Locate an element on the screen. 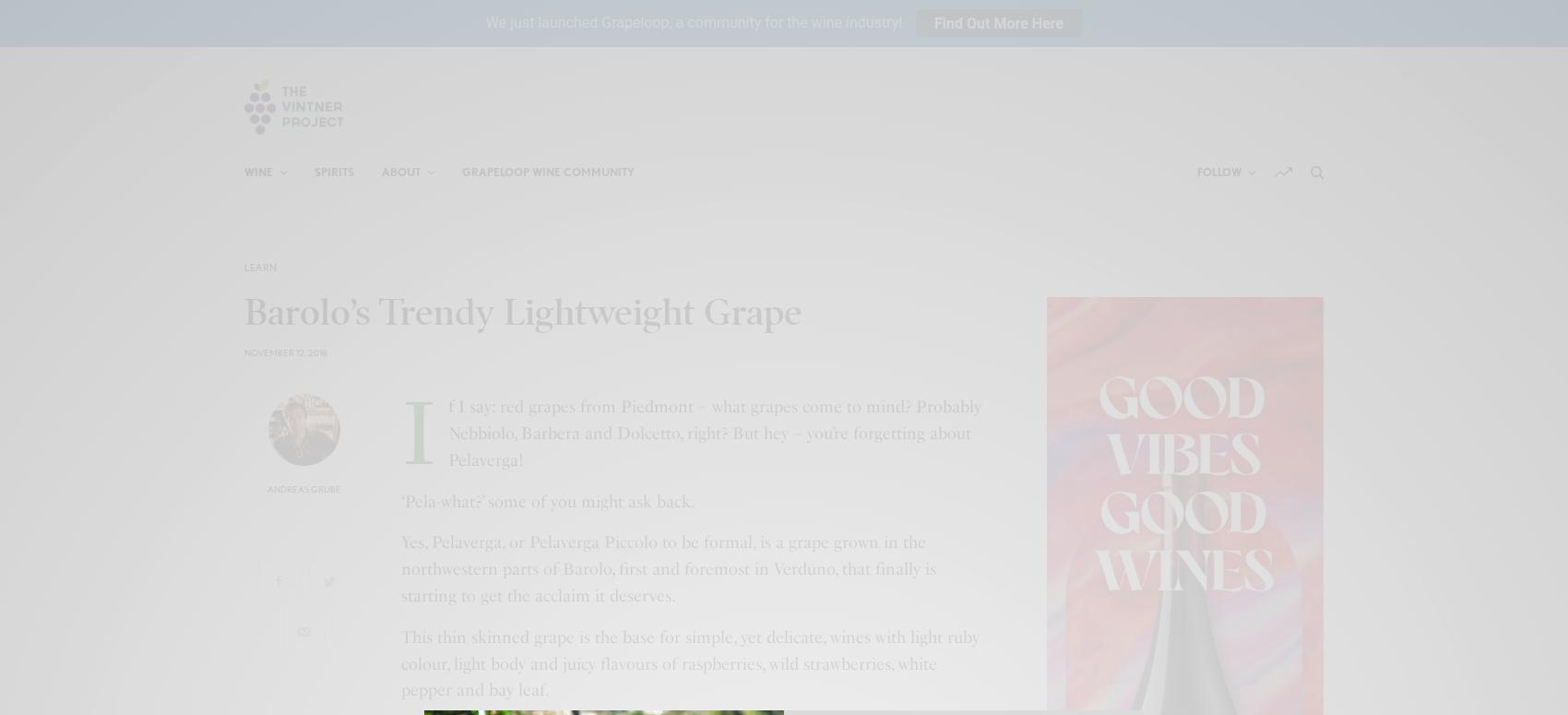  'Andreas Grube' is located at coordinates (303, 489).